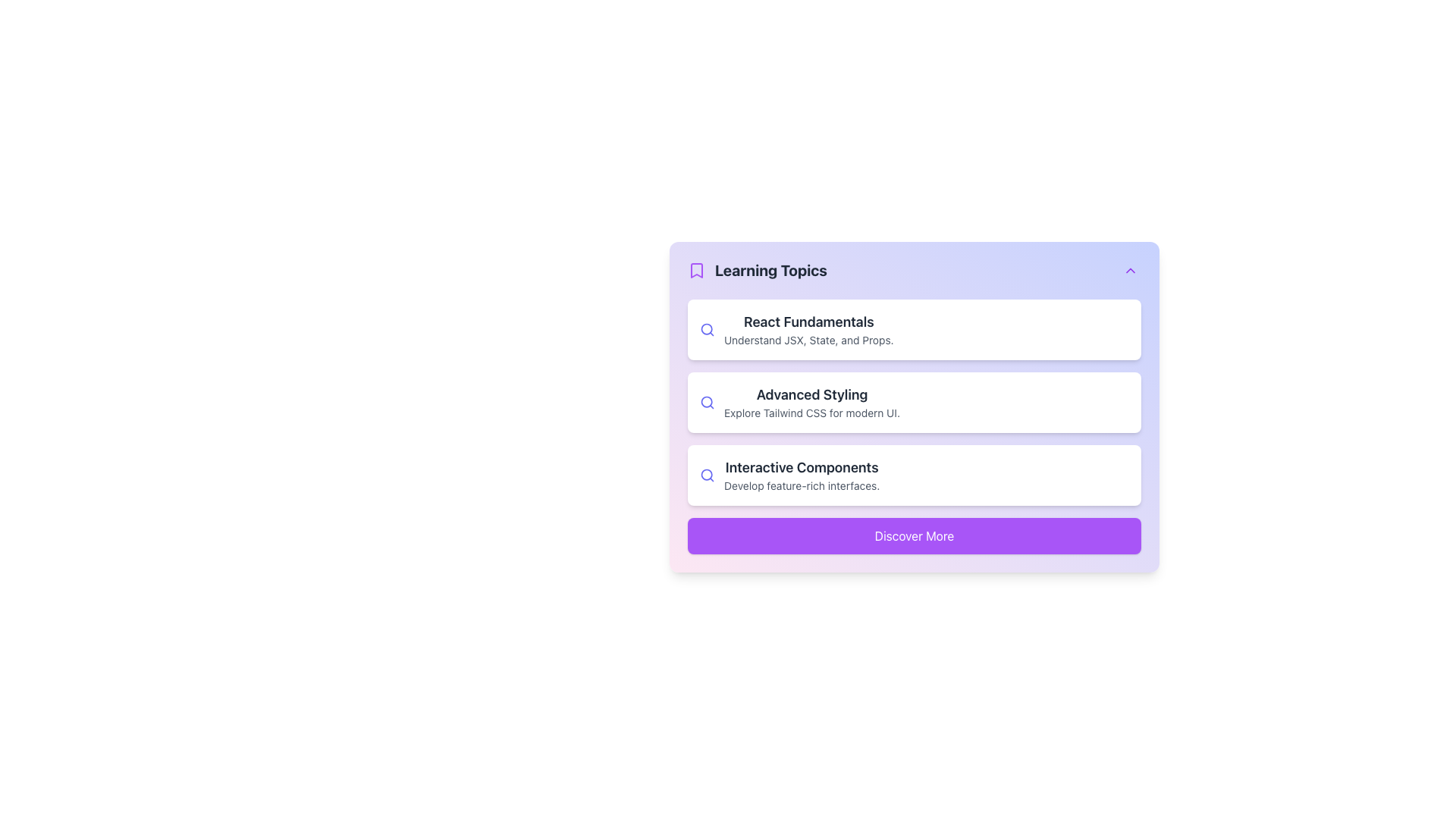 The height and width of the screenshot is (819, 1456). What do you see at coordinates (695, 270) in the screenshot?
I see `the bookmark icon that indicates the 'Learning Topics' section, located at the top left before the text 'Learning Topics'` at bounding box center [695, 270].